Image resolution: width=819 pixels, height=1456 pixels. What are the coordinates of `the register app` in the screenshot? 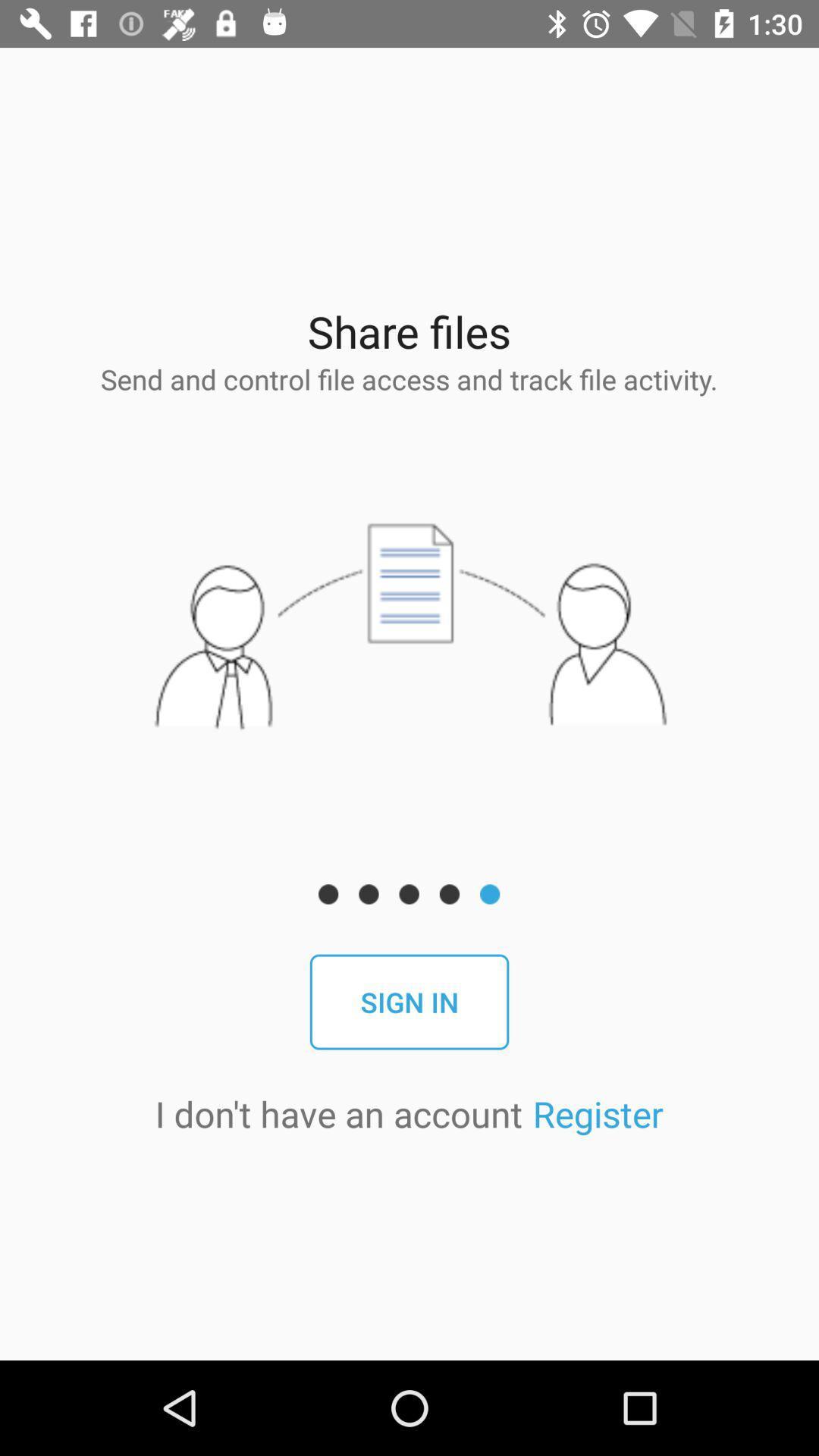 It's located at (597, 1113).